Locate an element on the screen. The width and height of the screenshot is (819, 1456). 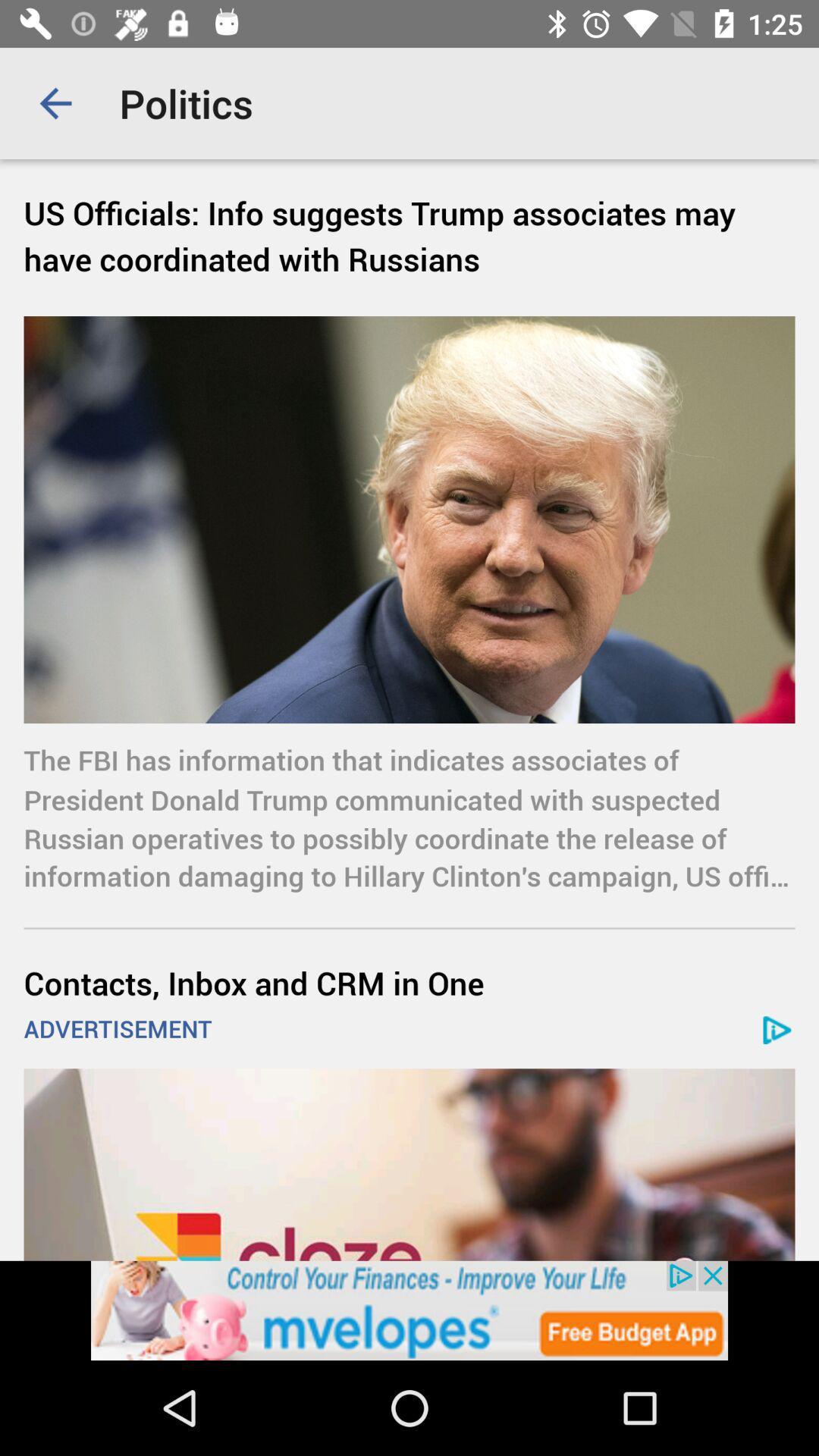
advertisement at bottom is located at coordinates (409, 1310).